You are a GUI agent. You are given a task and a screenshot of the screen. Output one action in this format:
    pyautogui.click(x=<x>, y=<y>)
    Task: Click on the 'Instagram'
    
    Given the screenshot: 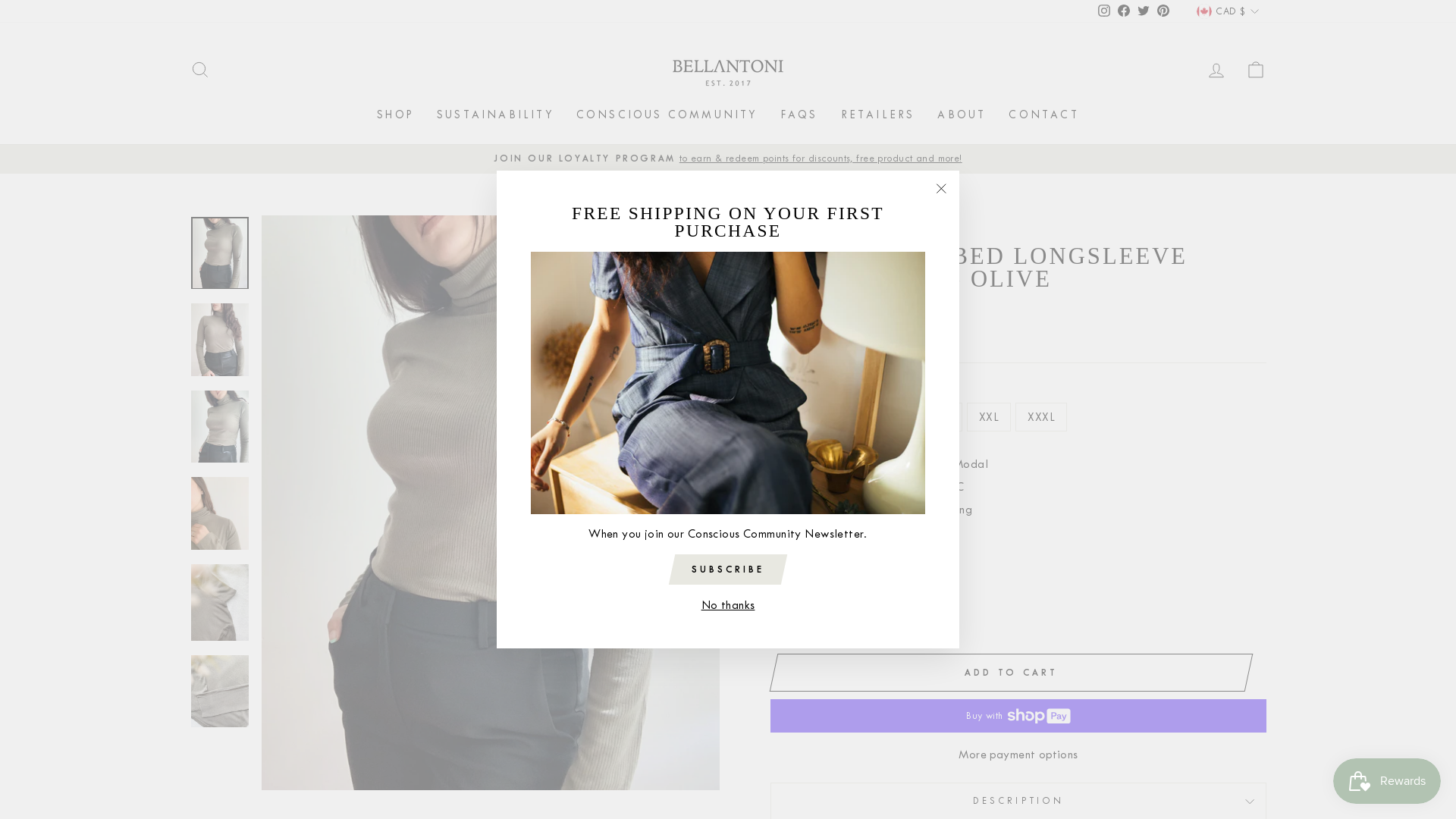 What is the action you would take?
    pyautogui.click(x=1103, y=11)
    